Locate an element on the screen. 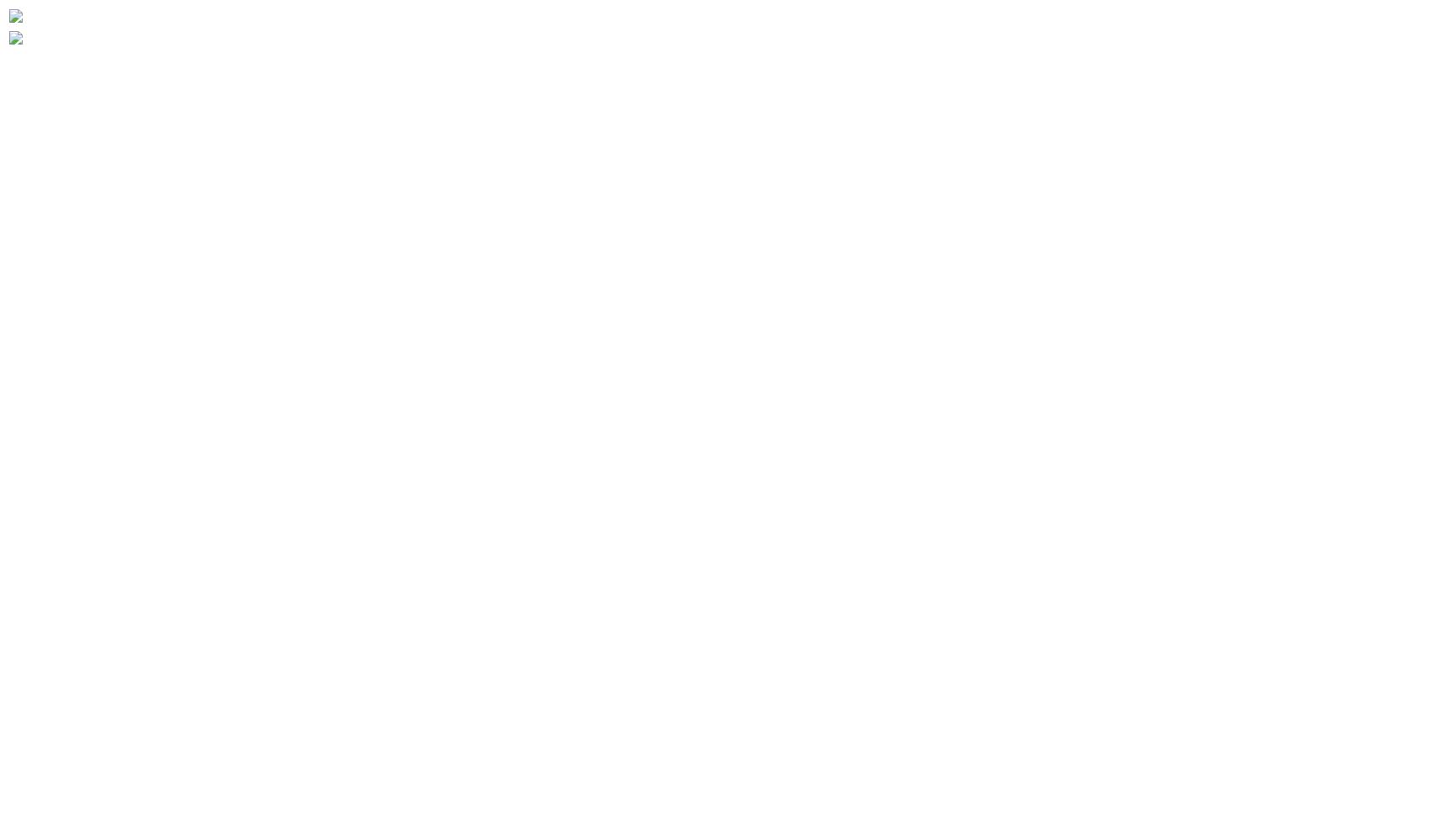  'Forum' is located at coordinates (8, 774).